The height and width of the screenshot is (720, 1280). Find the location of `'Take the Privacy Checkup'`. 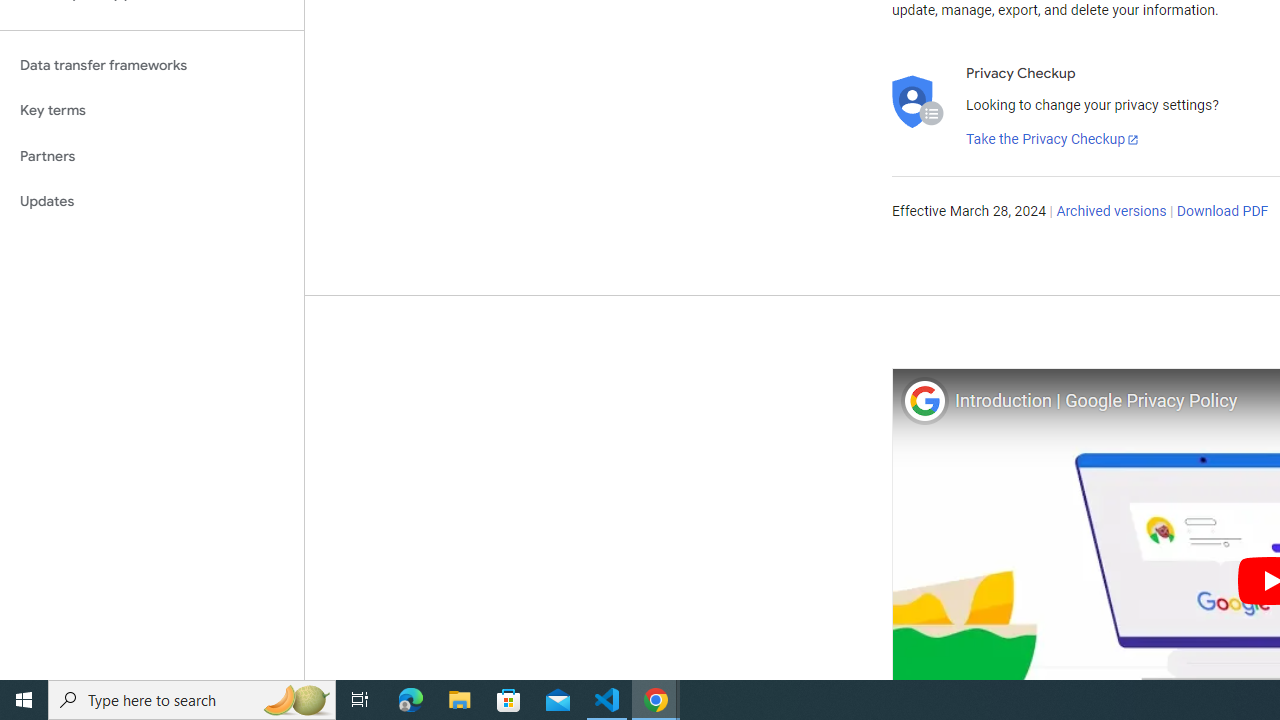

'Take the Privacy Checkup' is located at coordinates (1052, 139).